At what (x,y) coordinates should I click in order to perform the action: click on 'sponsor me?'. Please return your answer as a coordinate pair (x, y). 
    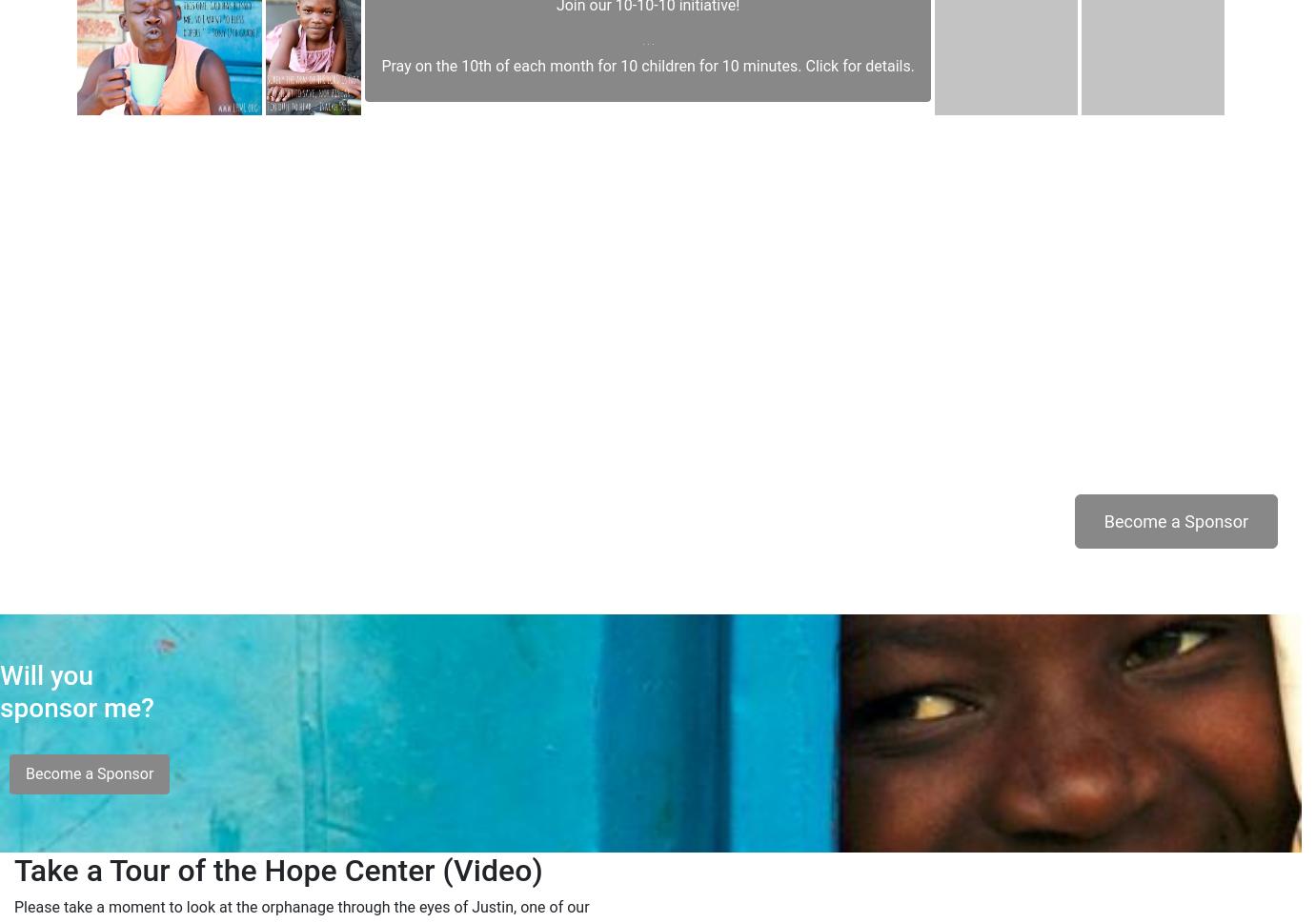
    Looking at the image, I should click on (77, 750).